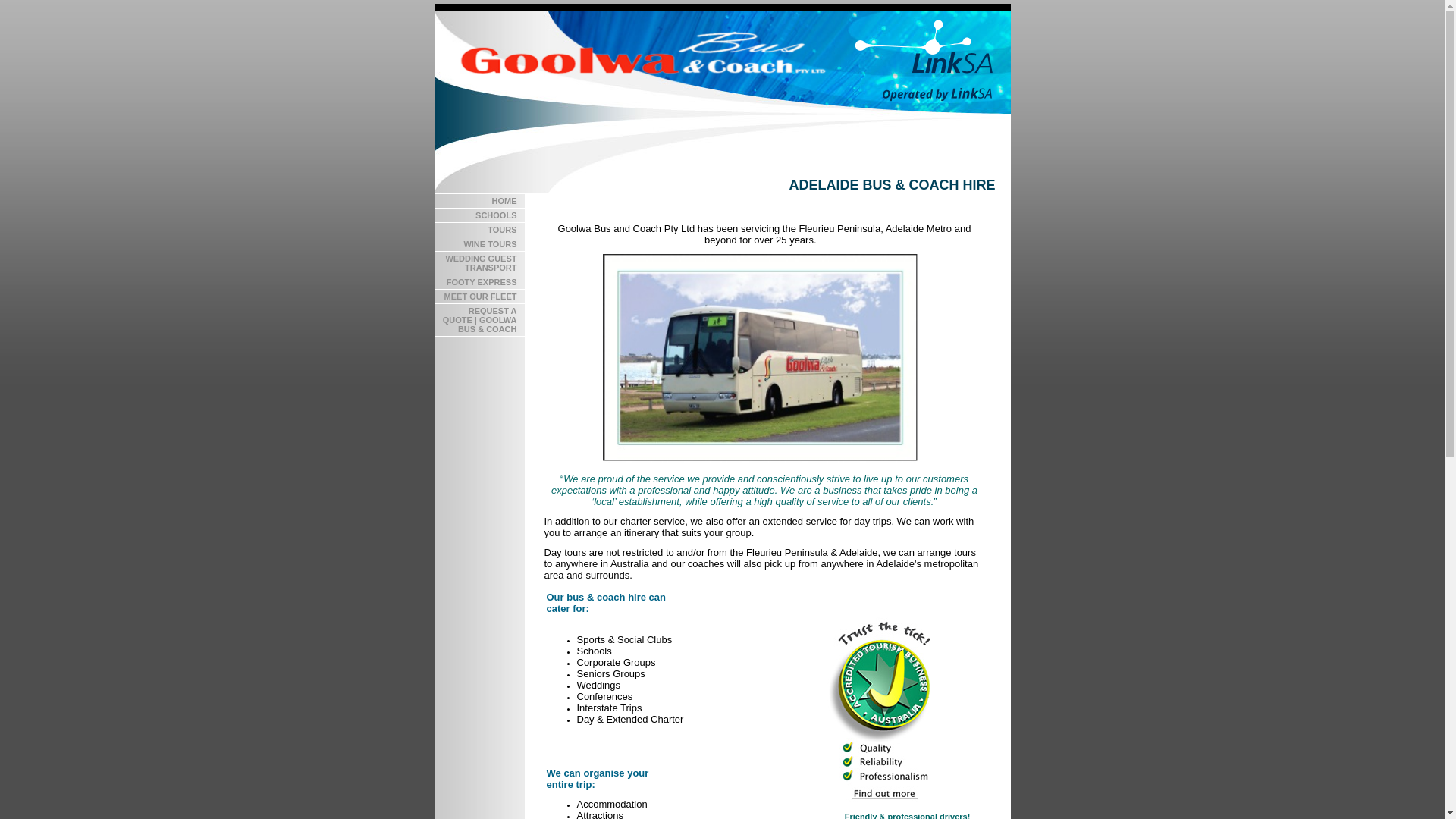 Image resolution: width=1456 pixels, height=819 pixels. What do you see at coordinates (432, 297) in the screenshot?
I see `'MEET OUR FLEET'` at bounding box center [432, 297].